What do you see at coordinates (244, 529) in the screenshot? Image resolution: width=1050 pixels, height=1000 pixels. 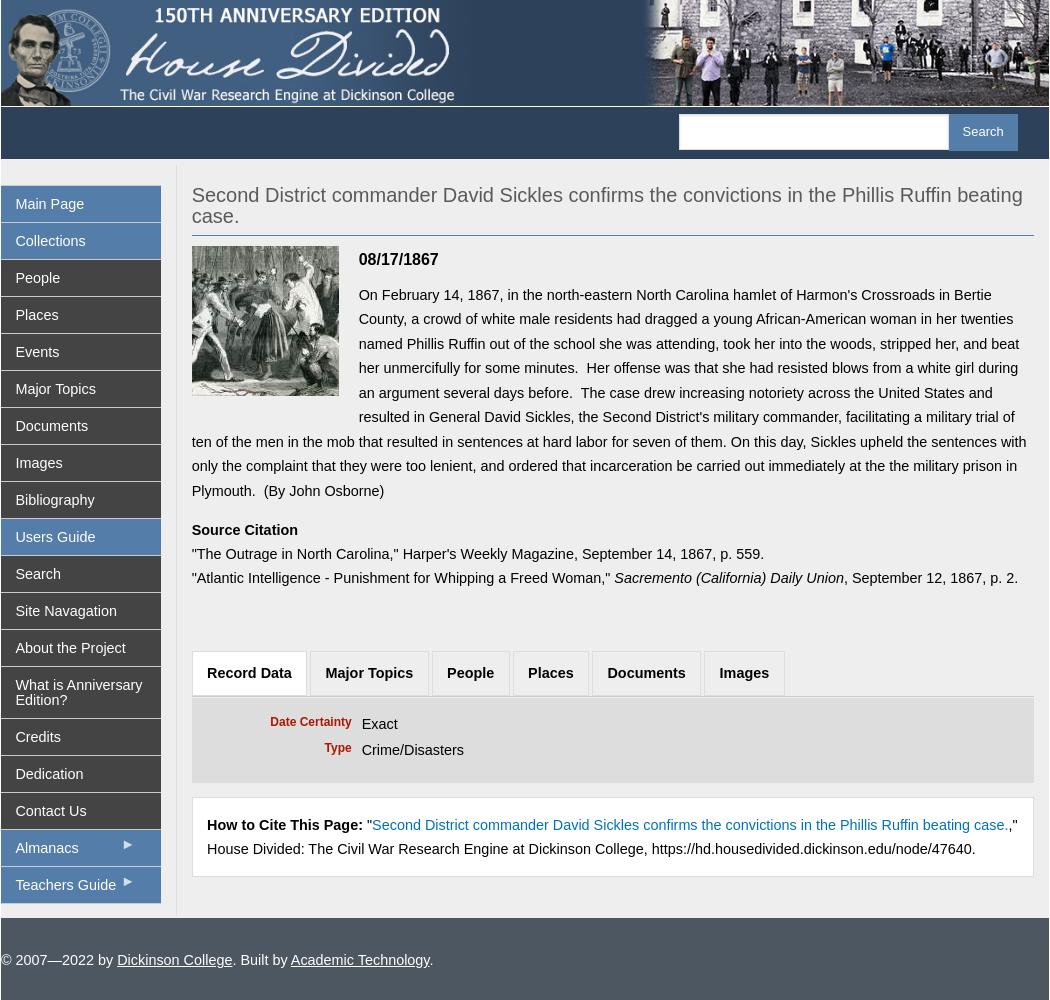 I see `'Source Citation'` at bounding box center [244, 529].